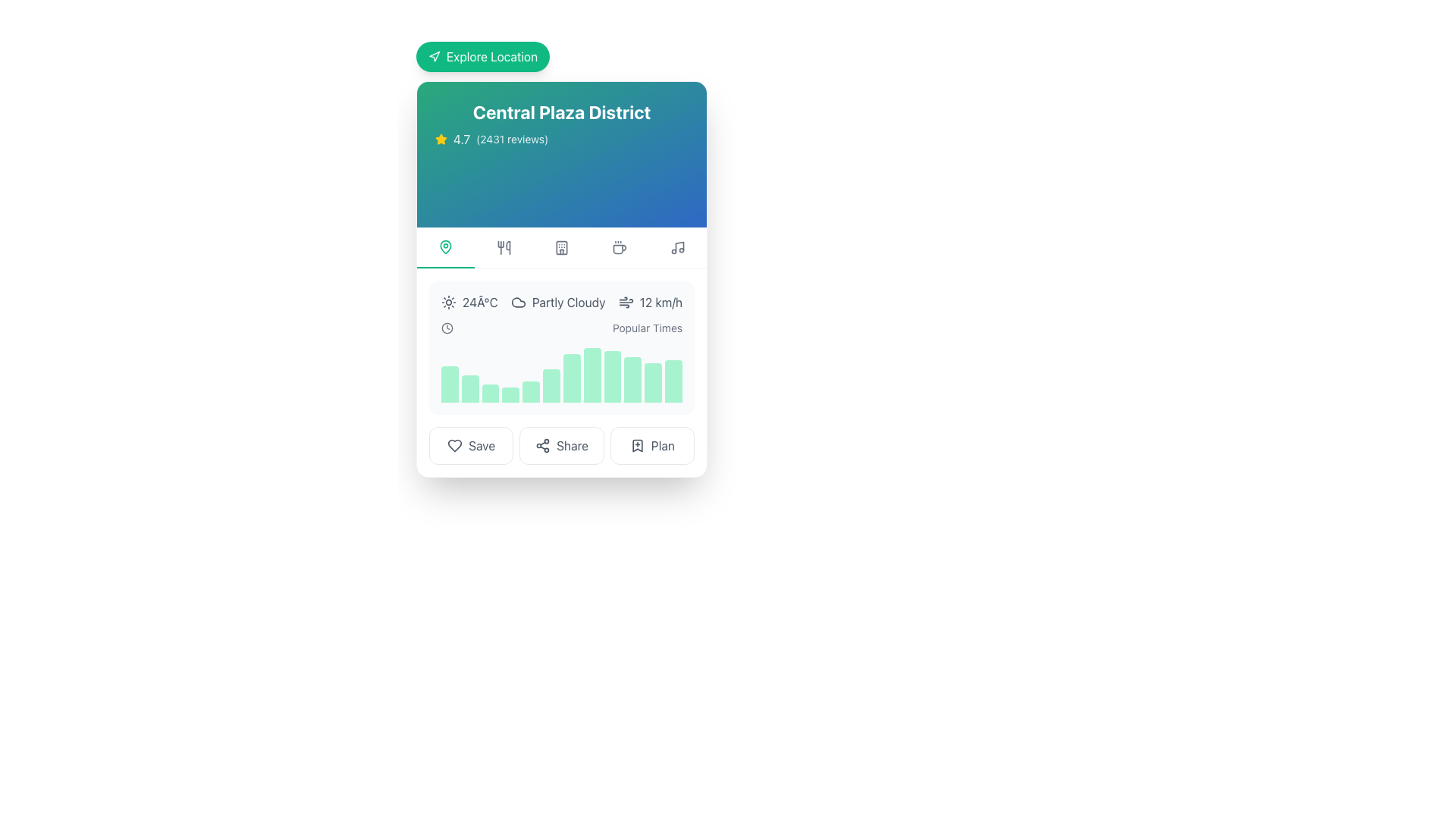  What do you see at coordinates (440, 139) in the screenshot?
I see `the star icon representing the rating for 'Central Plaza District', which is located to the left of the text '4.7 (2431 reviews)' in the upper section of the card` at bounding box center [440, 139].